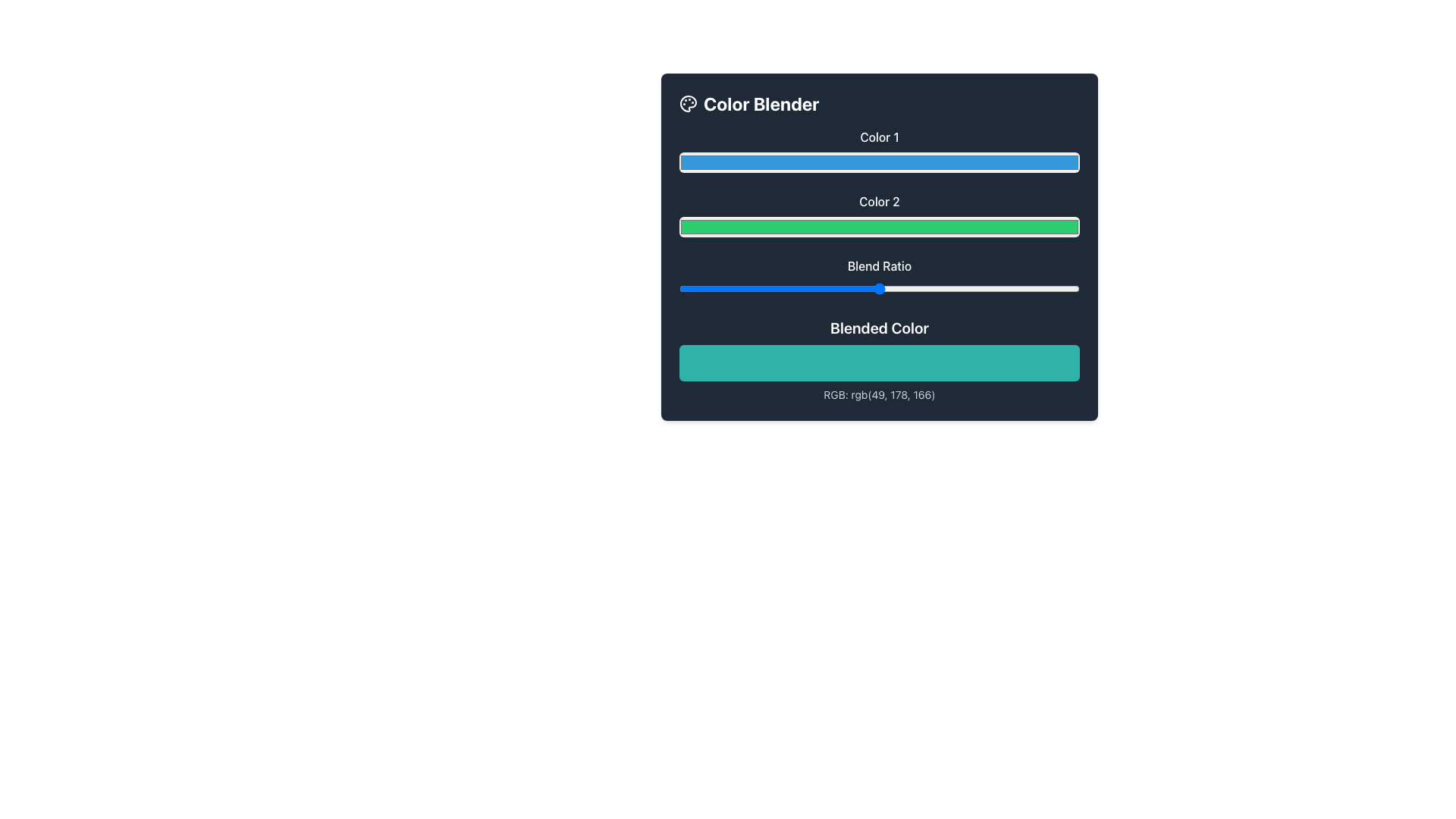  Describe the element at coordinates (880, 201) in the screenshot. I see `the text label reading 'Color 2', which is styled with a medium font weight and is white against a dark background, located above a green color input box` at that location.